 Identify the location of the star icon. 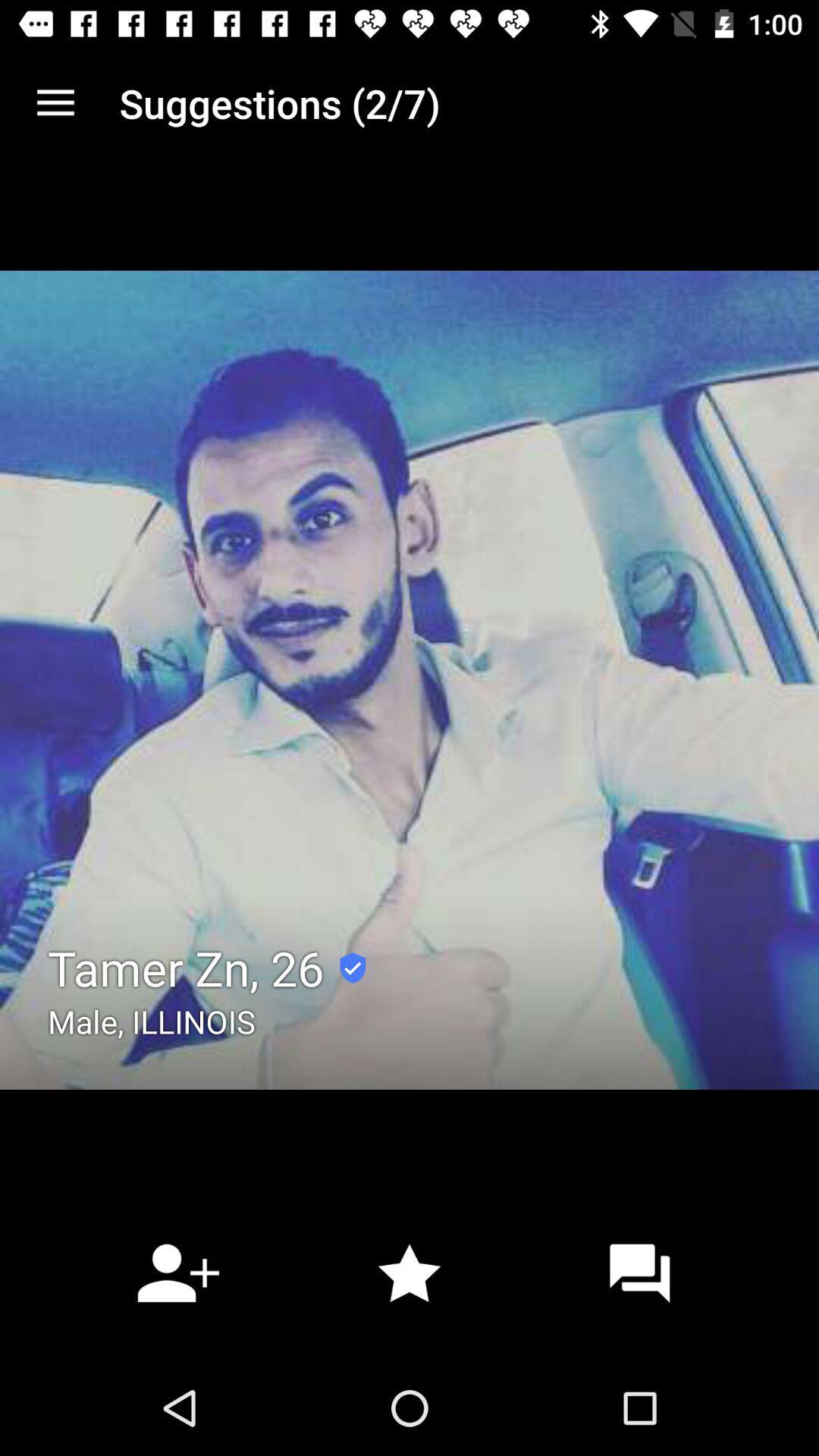
(408, 1272).